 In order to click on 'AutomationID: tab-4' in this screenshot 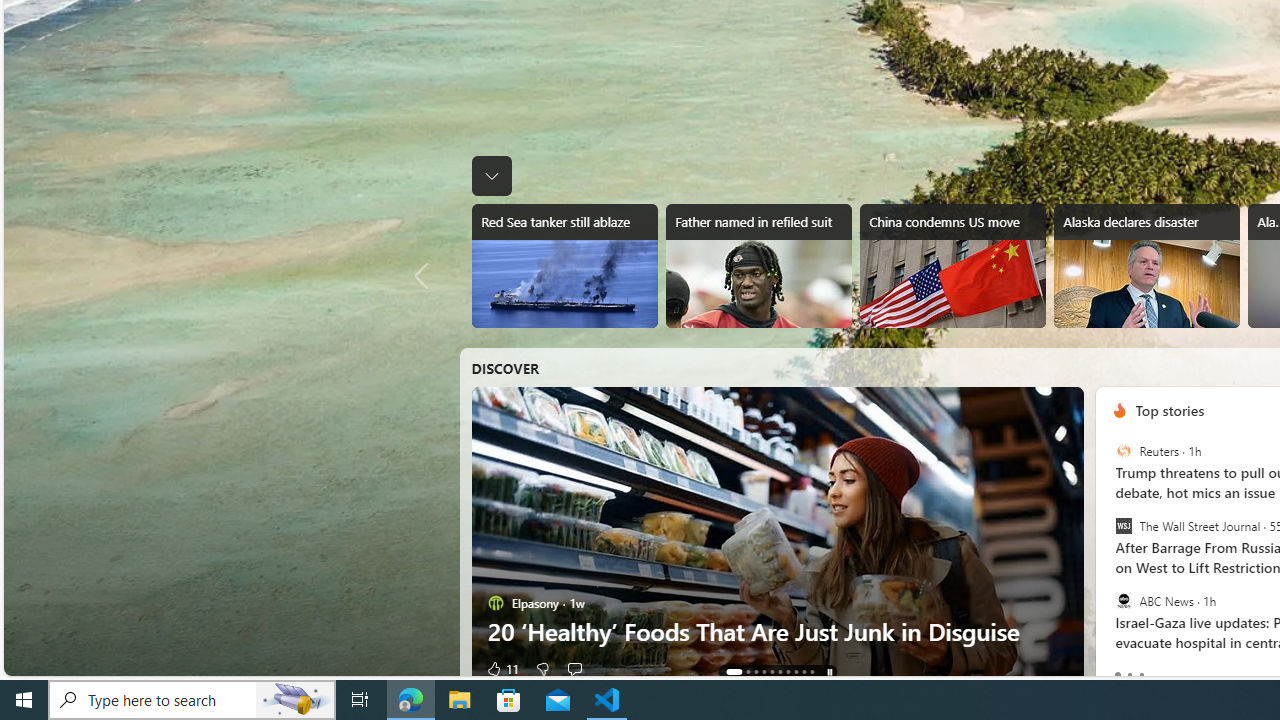, I will do `click(770, 672)`.